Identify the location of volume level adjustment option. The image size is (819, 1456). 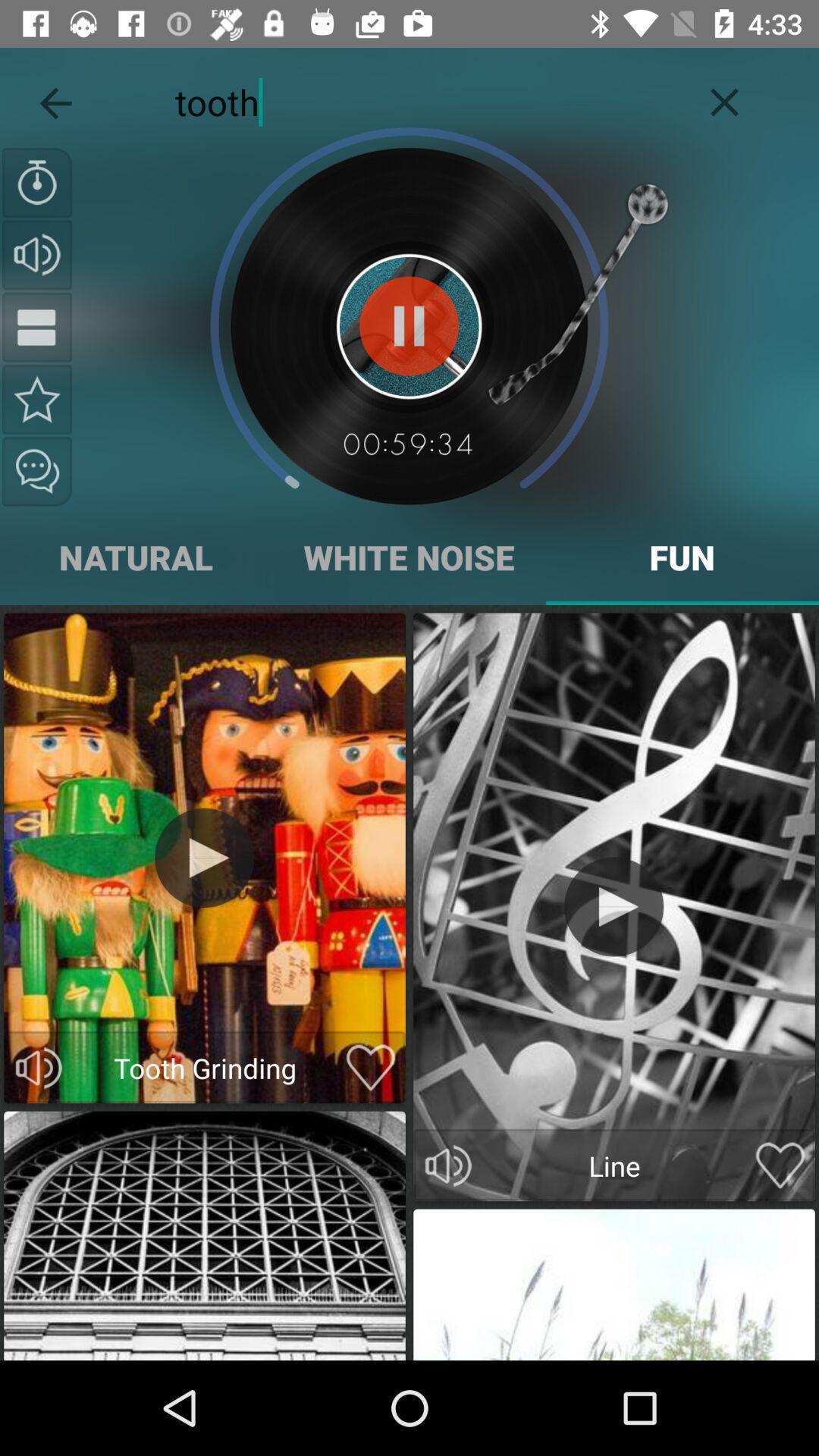
(447, 1165).